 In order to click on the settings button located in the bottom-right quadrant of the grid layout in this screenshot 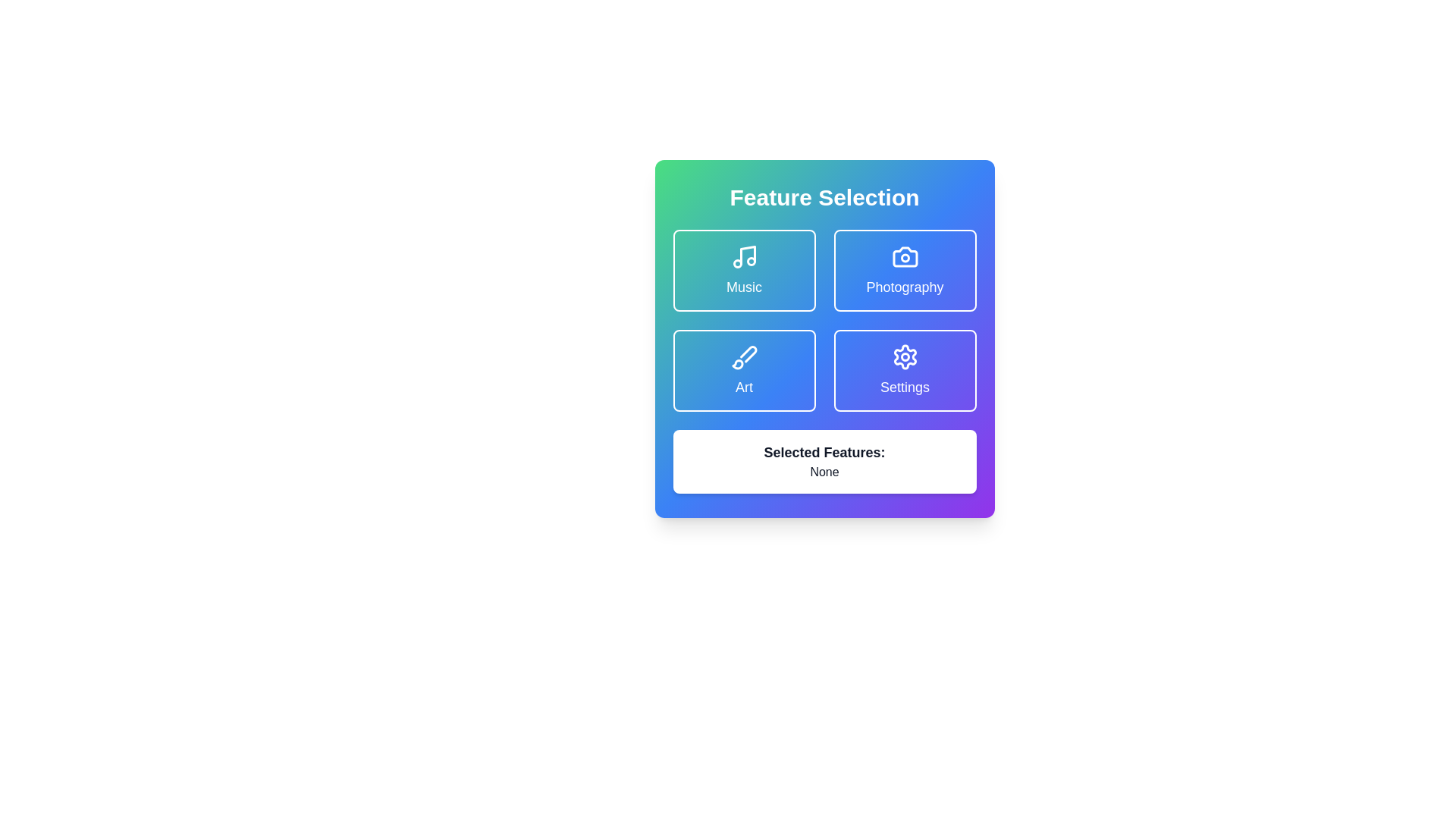, I will do `click(905, 371)`.